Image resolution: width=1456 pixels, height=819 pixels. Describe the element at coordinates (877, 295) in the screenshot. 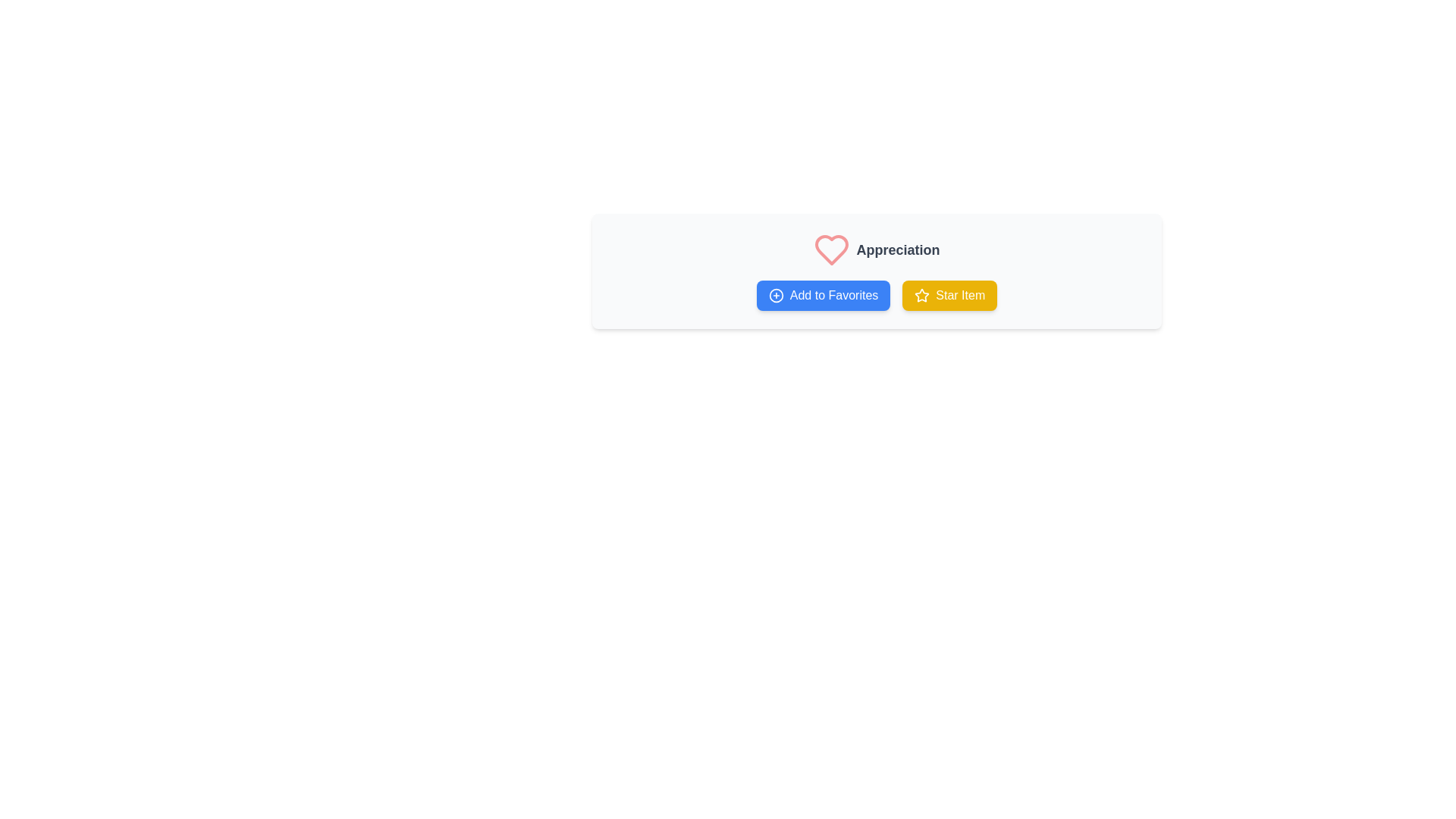

I see `the 'Add to Favorites' button, which is a rectangular button with a blue background and white text, located to the left of the 'Star Item' button in the 'Appreciation' section` at that location.